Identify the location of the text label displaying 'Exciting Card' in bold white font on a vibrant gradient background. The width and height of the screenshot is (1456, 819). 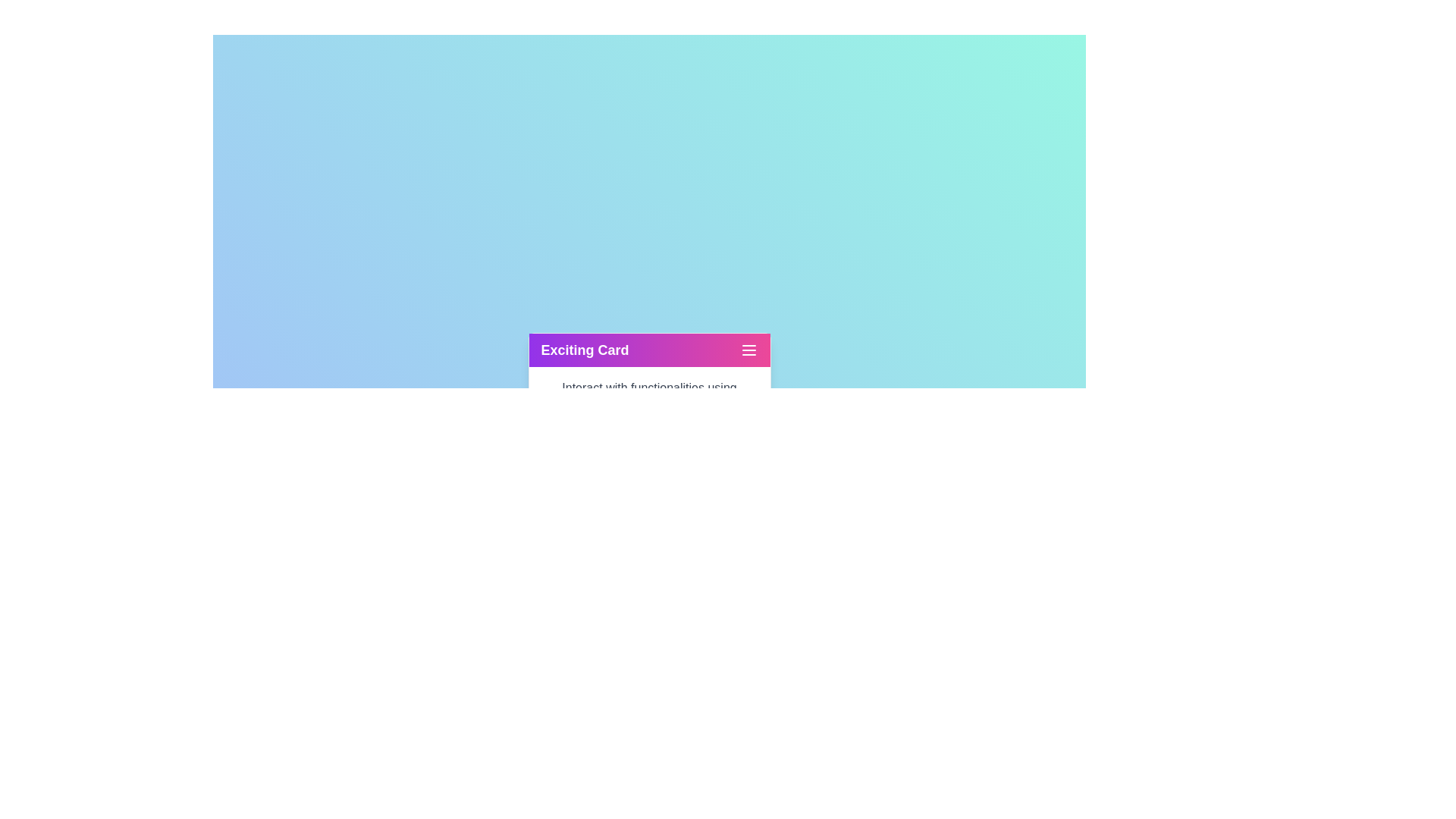
(584, 350).